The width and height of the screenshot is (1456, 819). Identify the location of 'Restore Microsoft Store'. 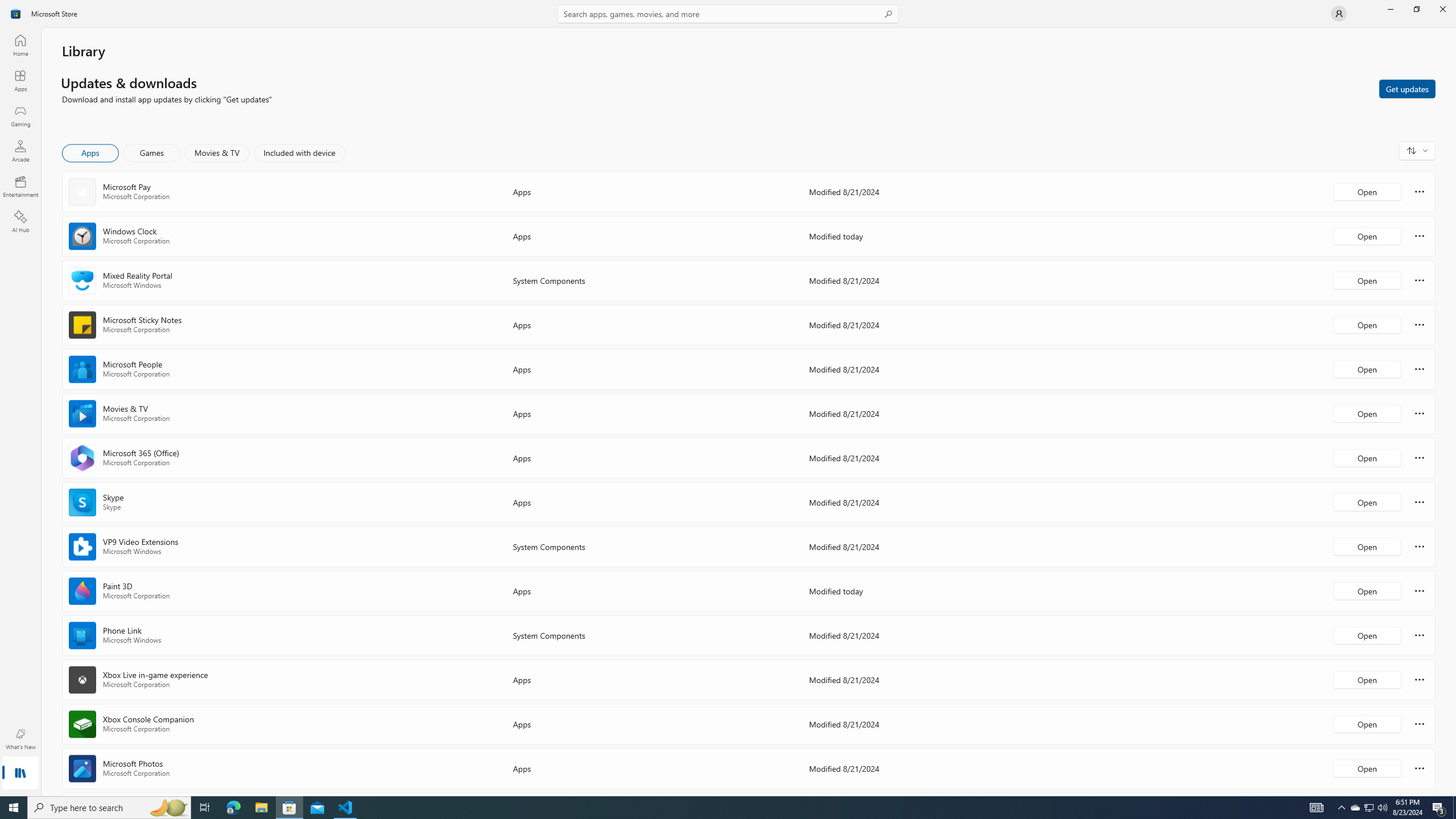
(1416, 9).